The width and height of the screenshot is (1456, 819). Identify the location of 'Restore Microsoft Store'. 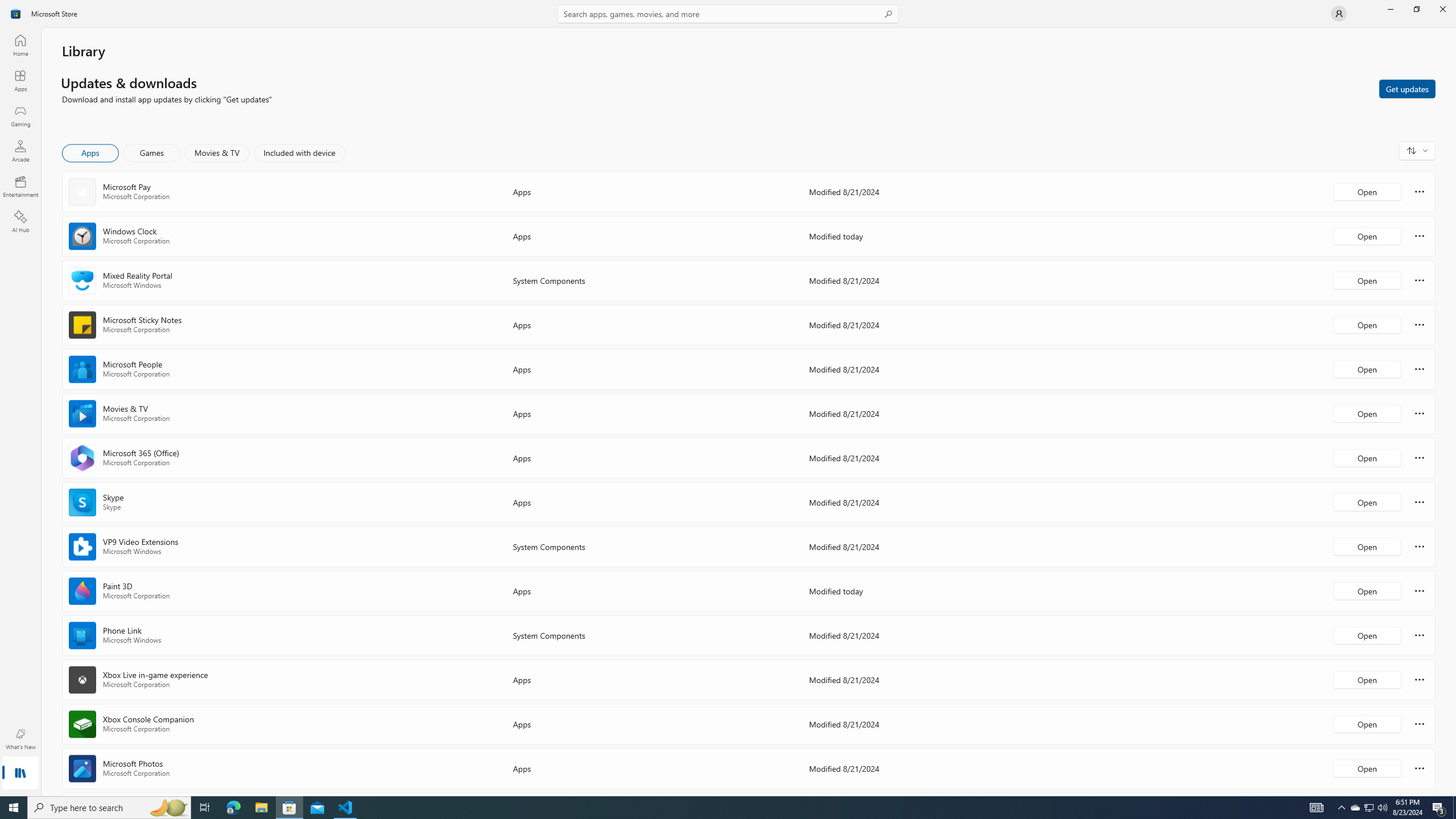
(1416, 9).